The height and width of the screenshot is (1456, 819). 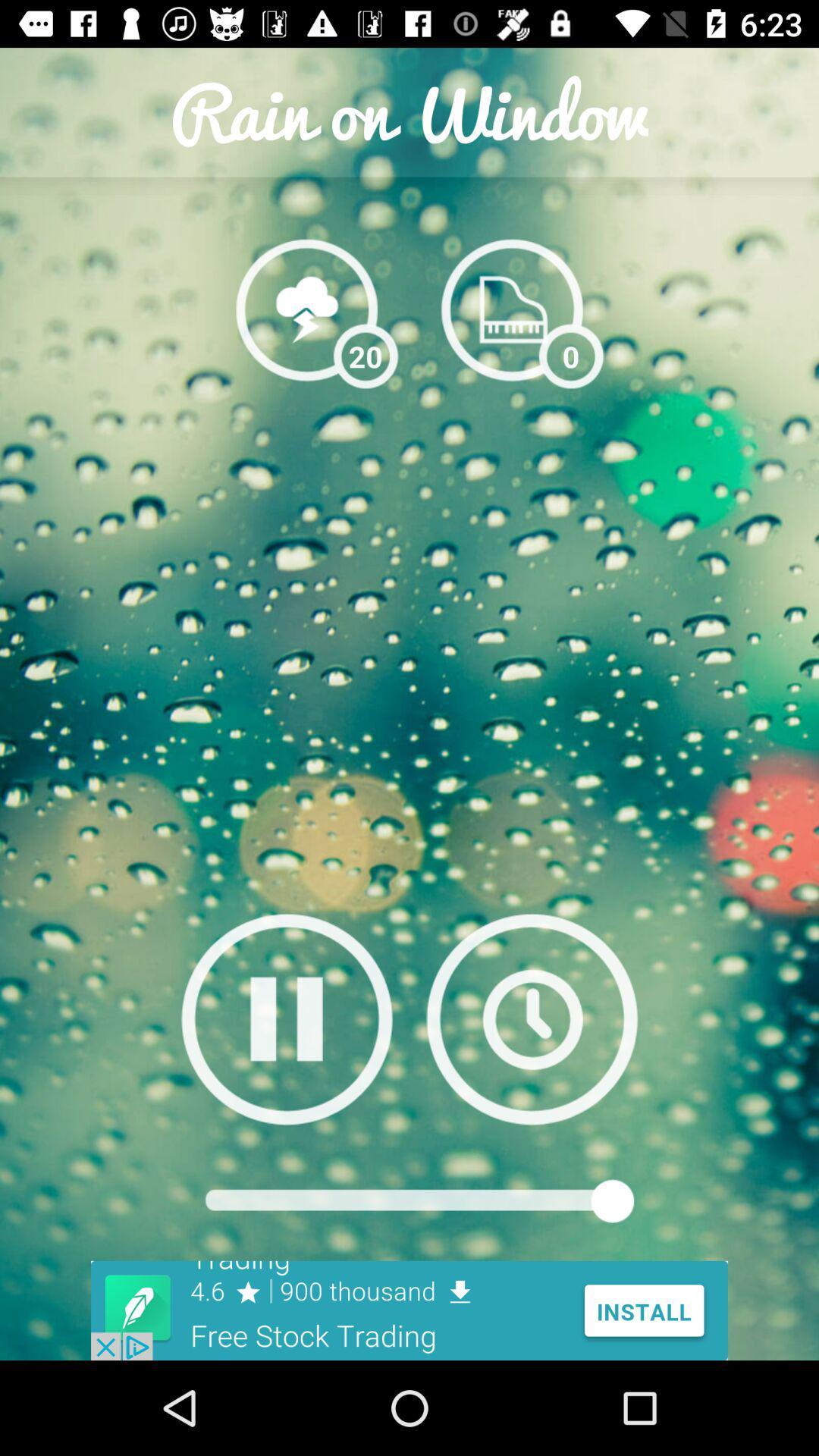 What do you see at coordinates (287, 1018) in the screenshot?
I see `pause` at bounding box center [287, 1018].